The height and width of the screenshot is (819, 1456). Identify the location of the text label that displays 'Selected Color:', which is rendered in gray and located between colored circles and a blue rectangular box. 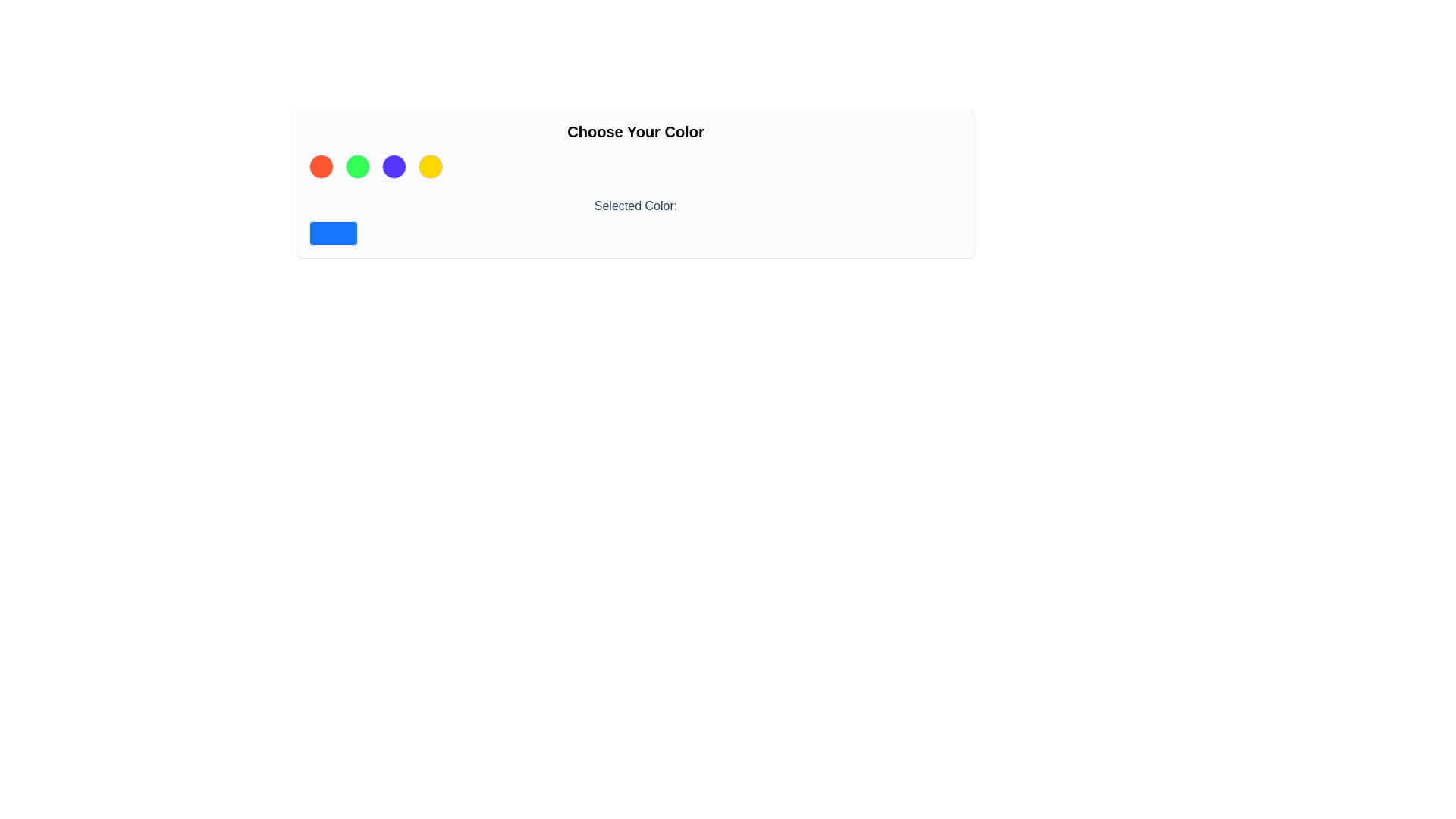
(635, 206).